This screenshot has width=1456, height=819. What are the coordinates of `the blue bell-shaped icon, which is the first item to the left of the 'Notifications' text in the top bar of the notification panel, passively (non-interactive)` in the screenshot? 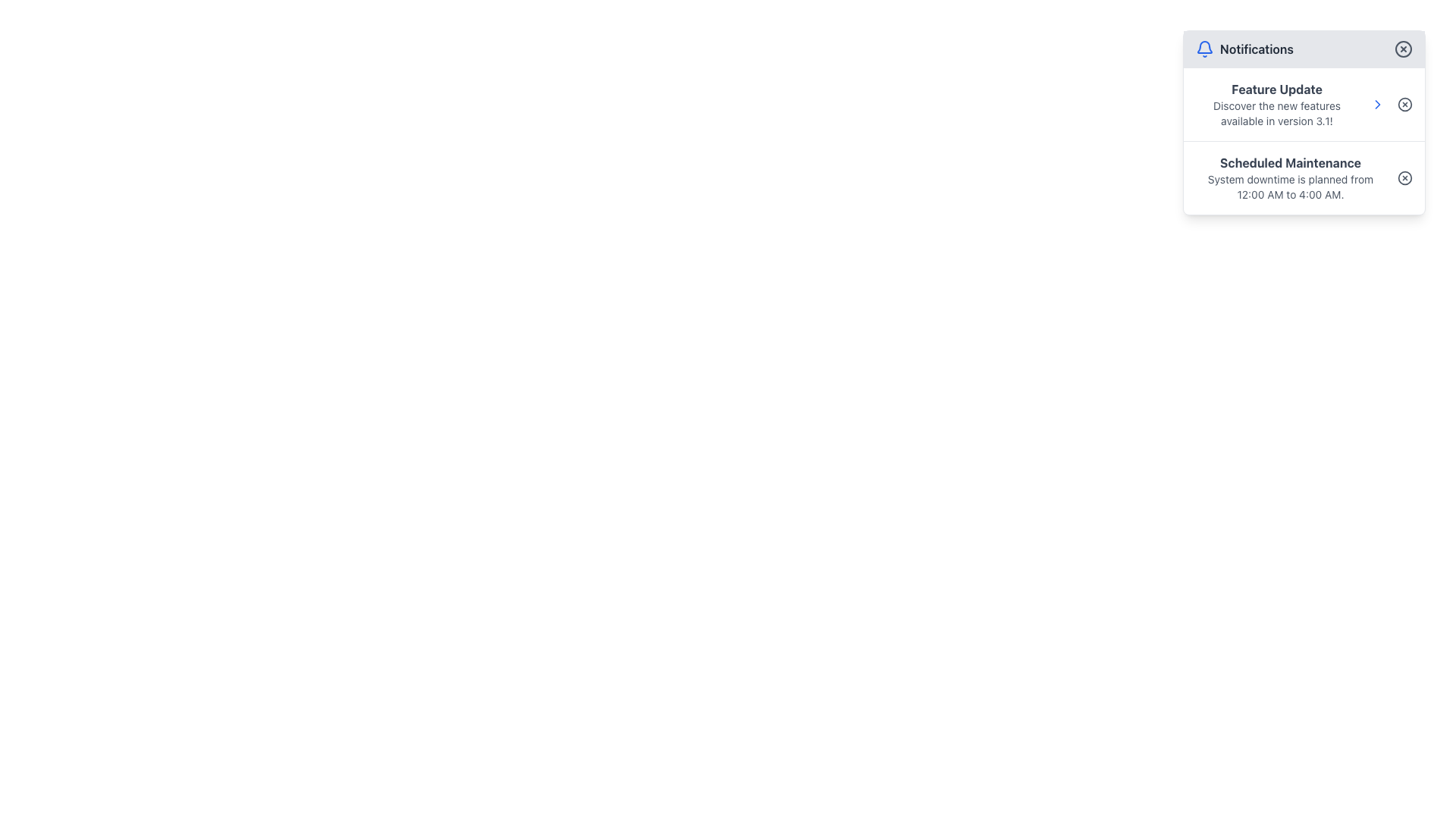 It's located at (1203, 49).